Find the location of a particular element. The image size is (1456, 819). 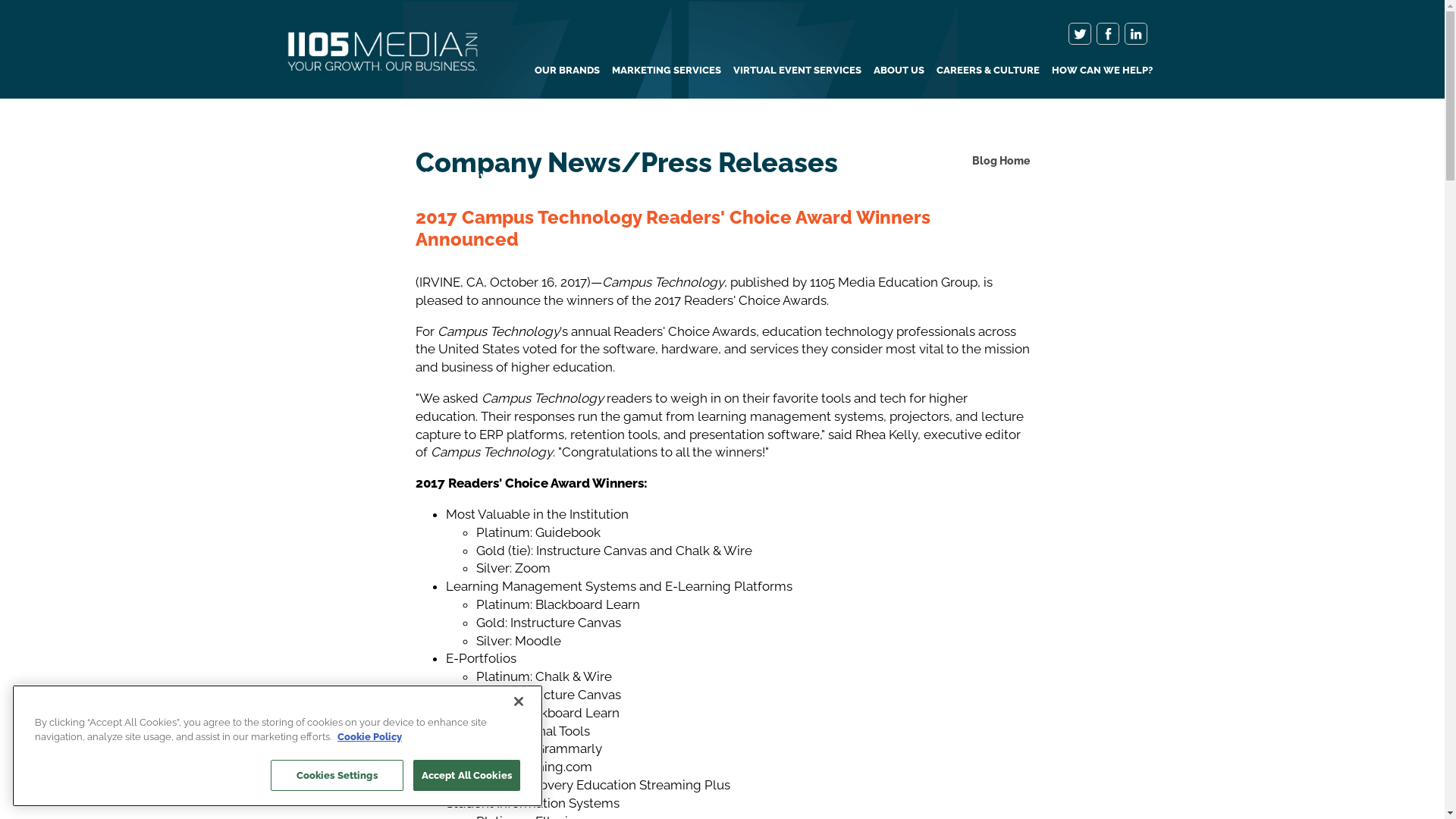

'OUR BRANDS' is located at coordinates (566, 70).